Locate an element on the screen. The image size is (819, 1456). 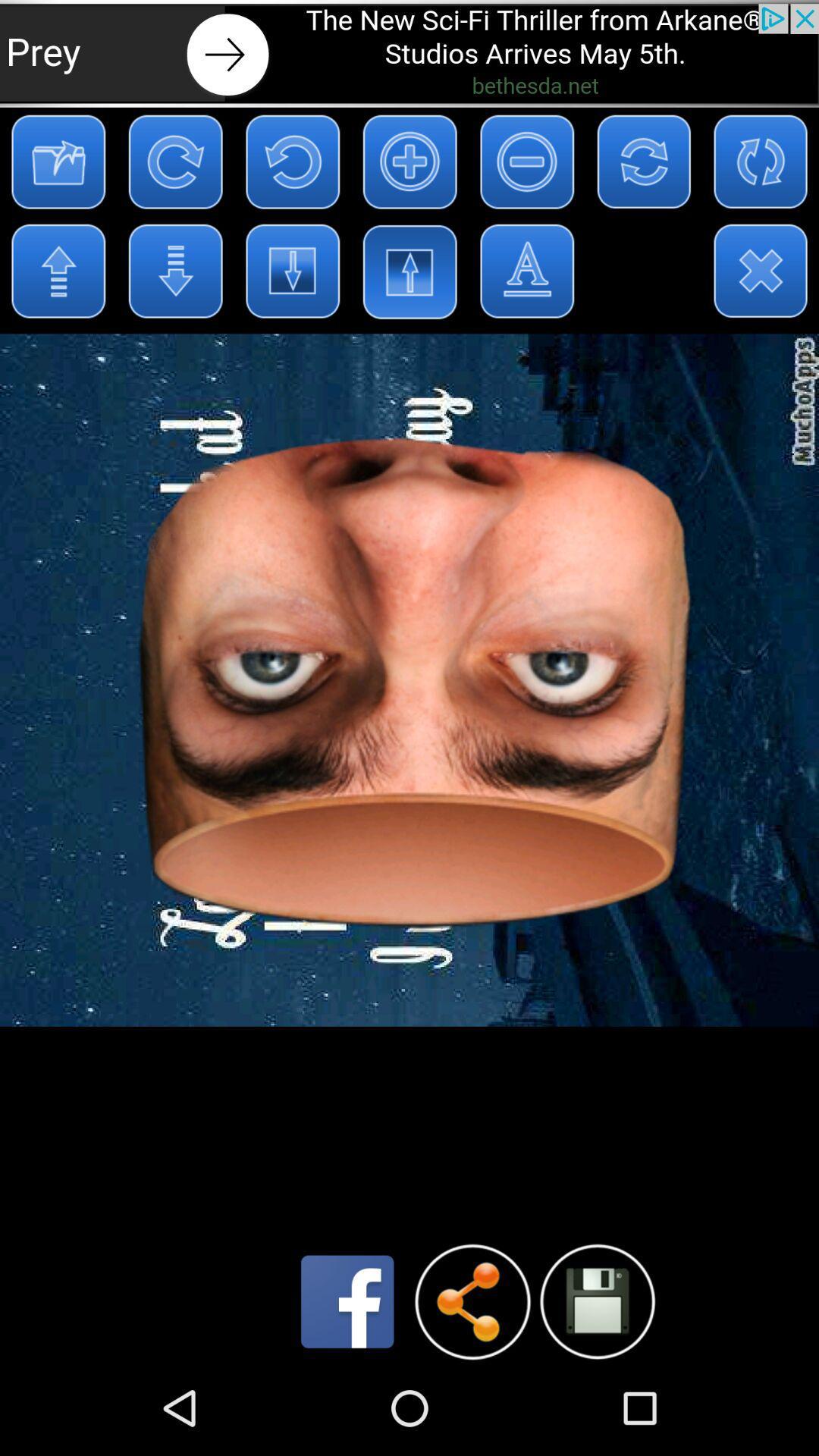
share the image is located at coordinates (472, 1301).